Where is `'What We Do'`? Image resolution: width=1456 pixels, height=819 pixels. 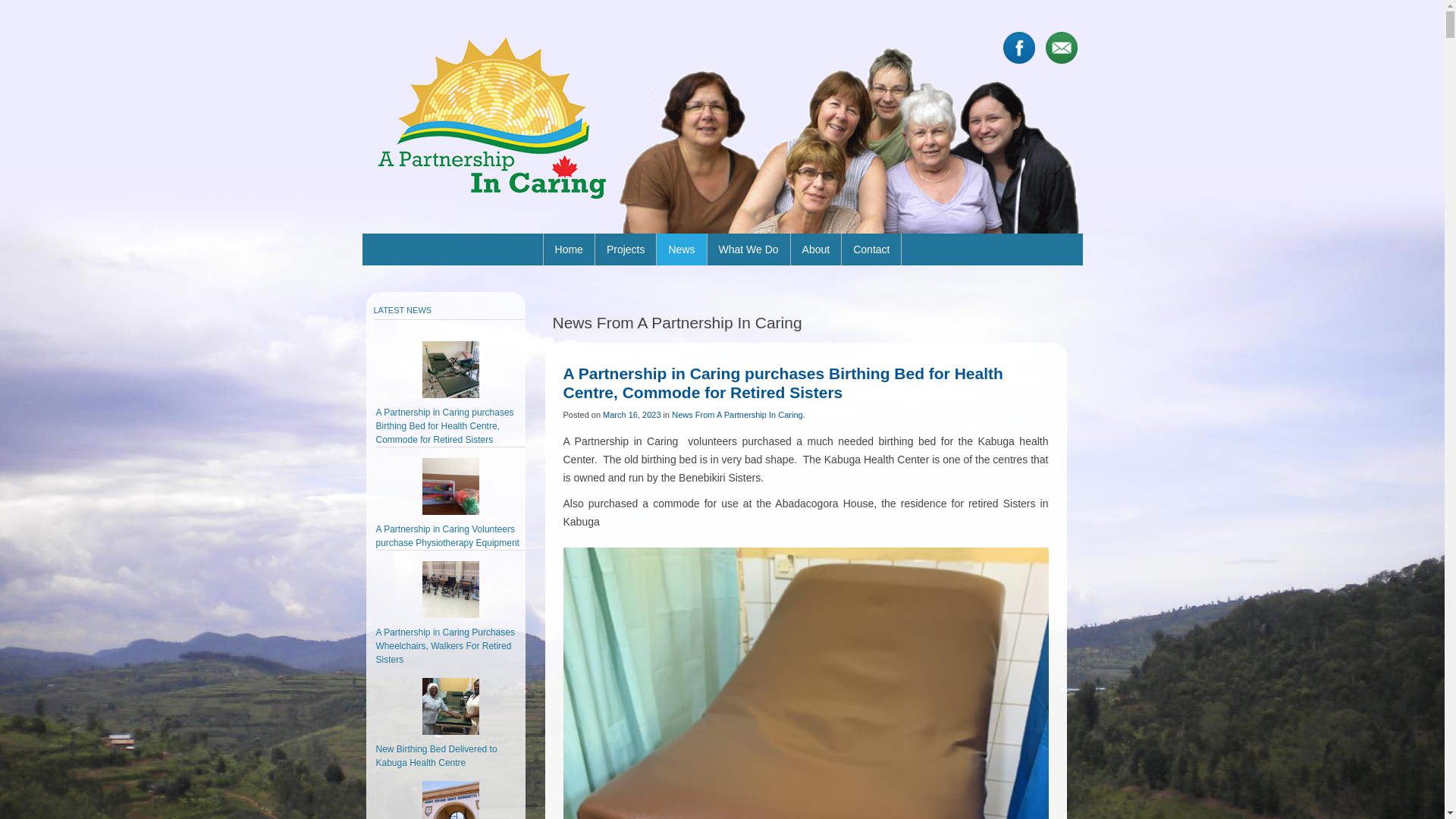
'What We Do' is located at coordinates (748, 248).